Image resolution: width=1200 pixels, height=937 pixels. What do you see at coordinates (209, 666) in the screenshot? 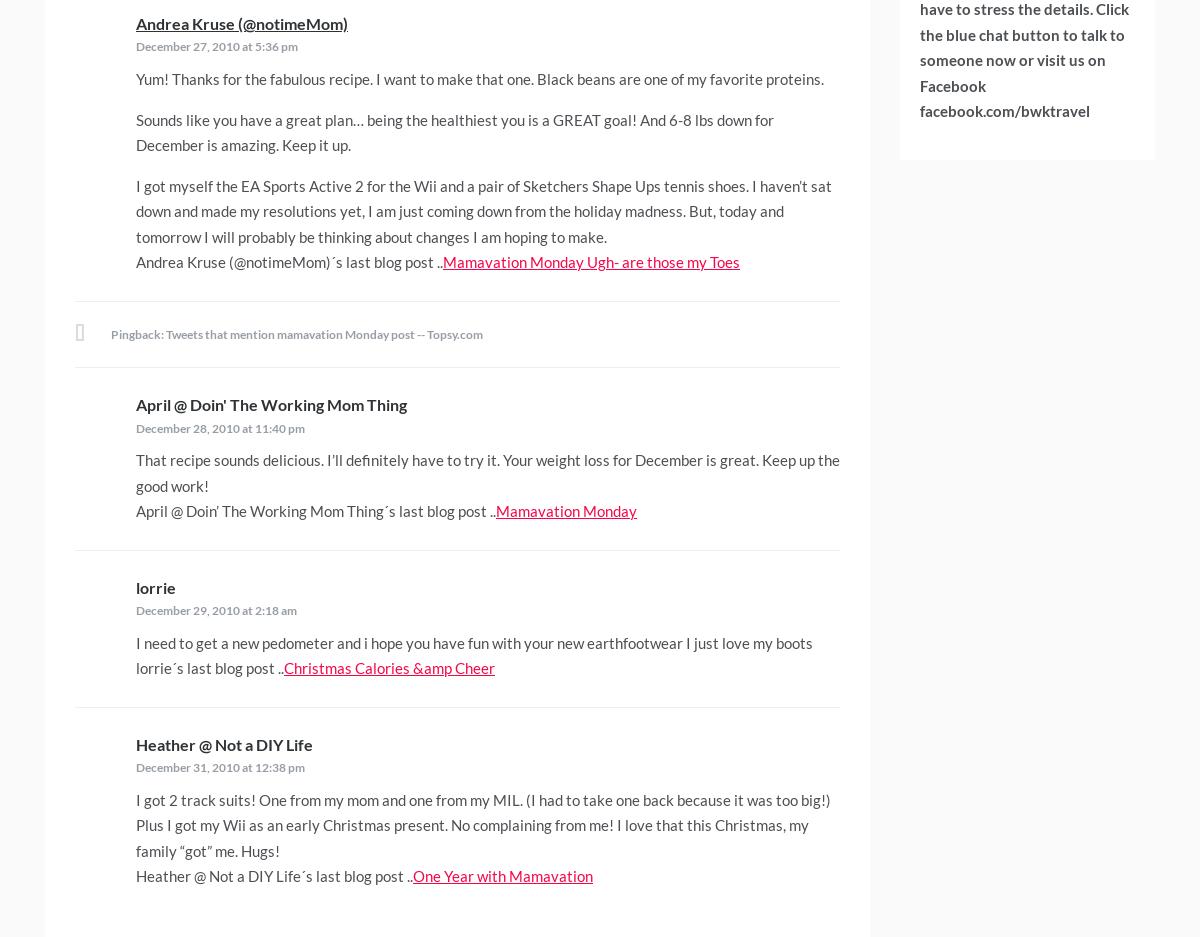
I see `'lorrie´s last blog post ..'` at bounding box center [209, 666].